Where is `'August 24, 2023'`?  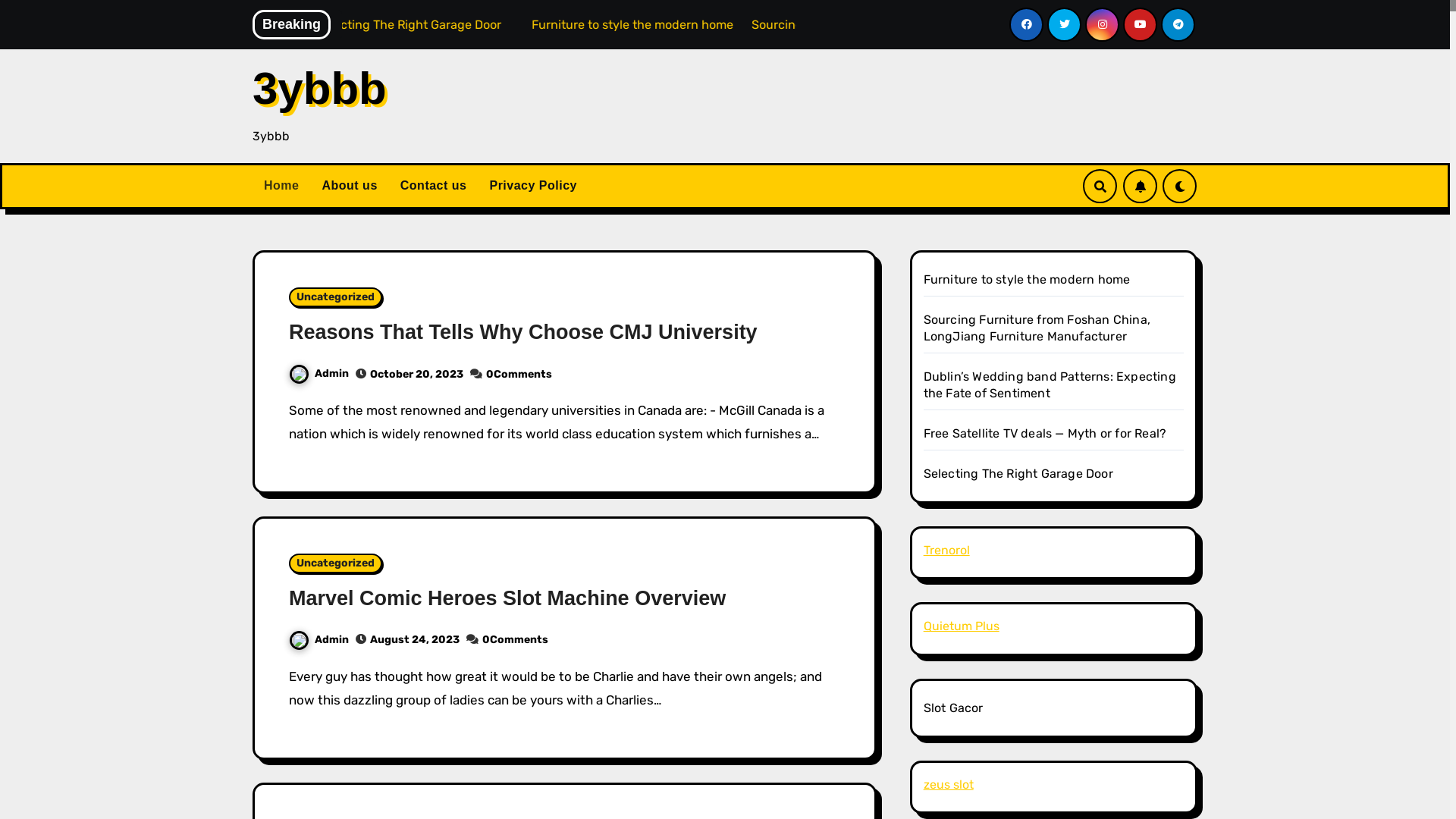 'August 24, 2023' is located at coordinates (415, 639).